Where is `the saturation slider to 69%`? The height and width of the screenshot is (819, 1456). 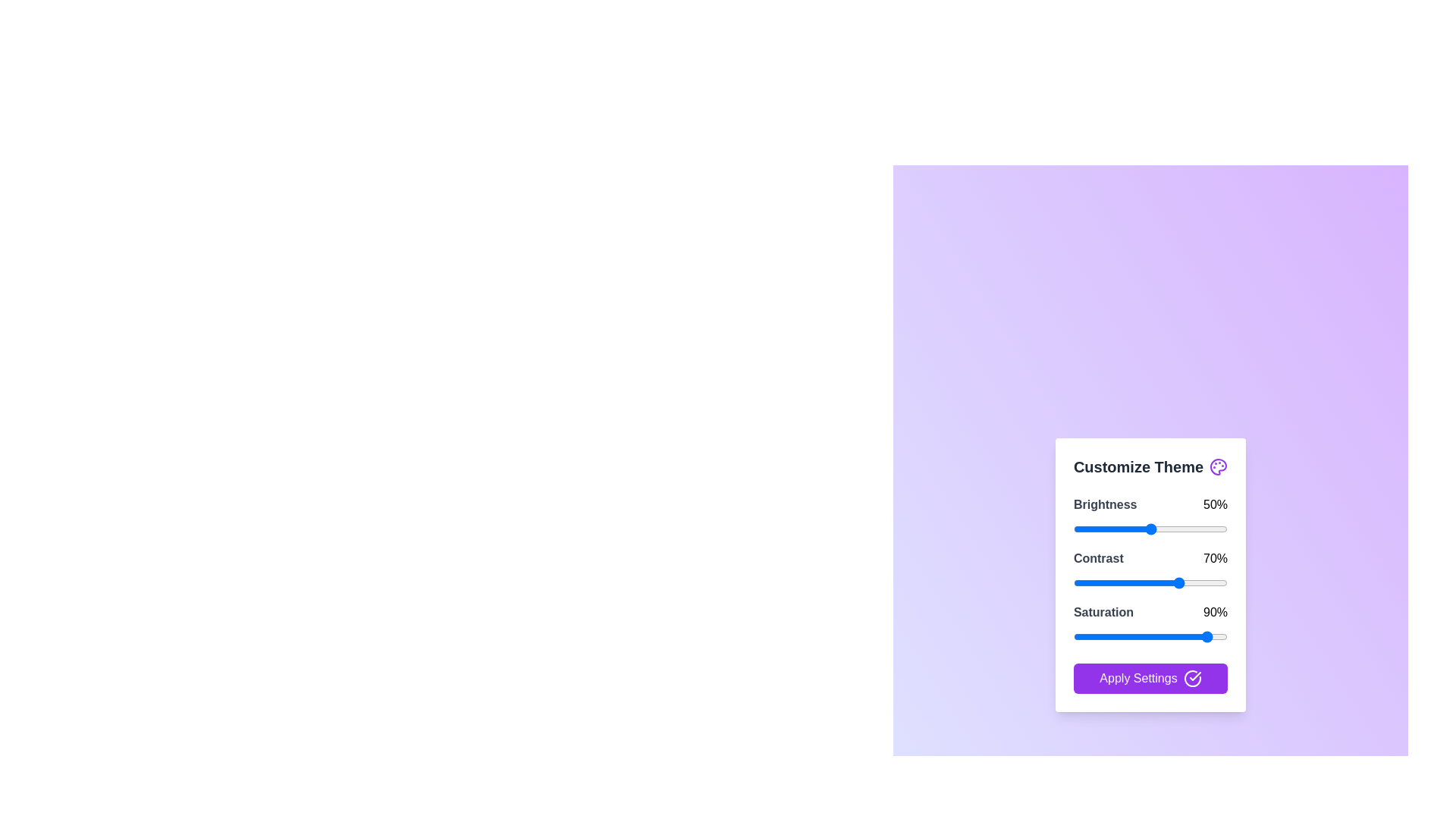
the saturation slider to 69% is located at coordinates (1179, 636).